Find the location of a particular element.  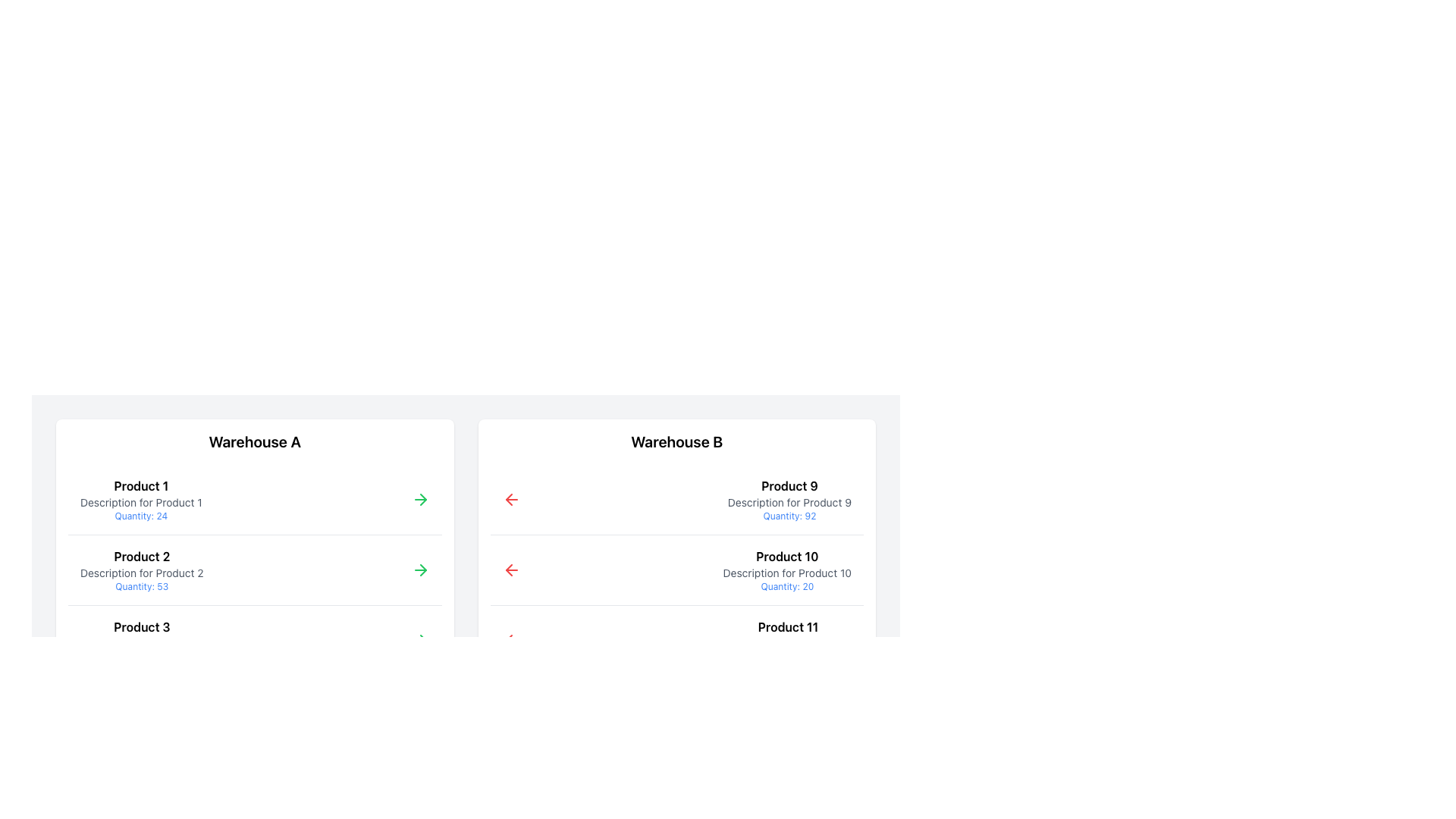

the rightmost icon button in the second row of the 'Warehouse A' section to proceed with actions related to 'Product 2' is located at coordinates (420, 570).